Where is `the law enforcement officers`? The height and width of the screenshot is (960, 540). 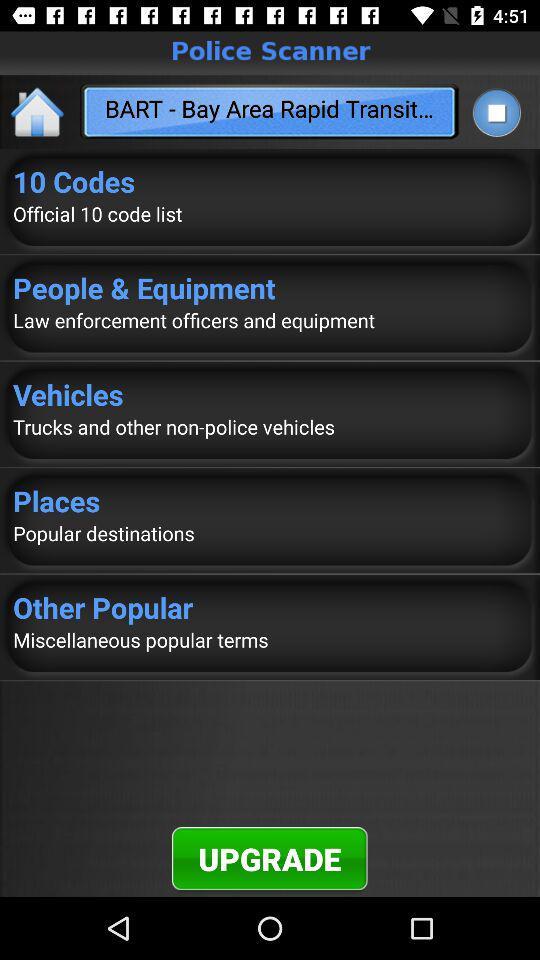
the law enforcement officers is located at coordinates (270, 320).